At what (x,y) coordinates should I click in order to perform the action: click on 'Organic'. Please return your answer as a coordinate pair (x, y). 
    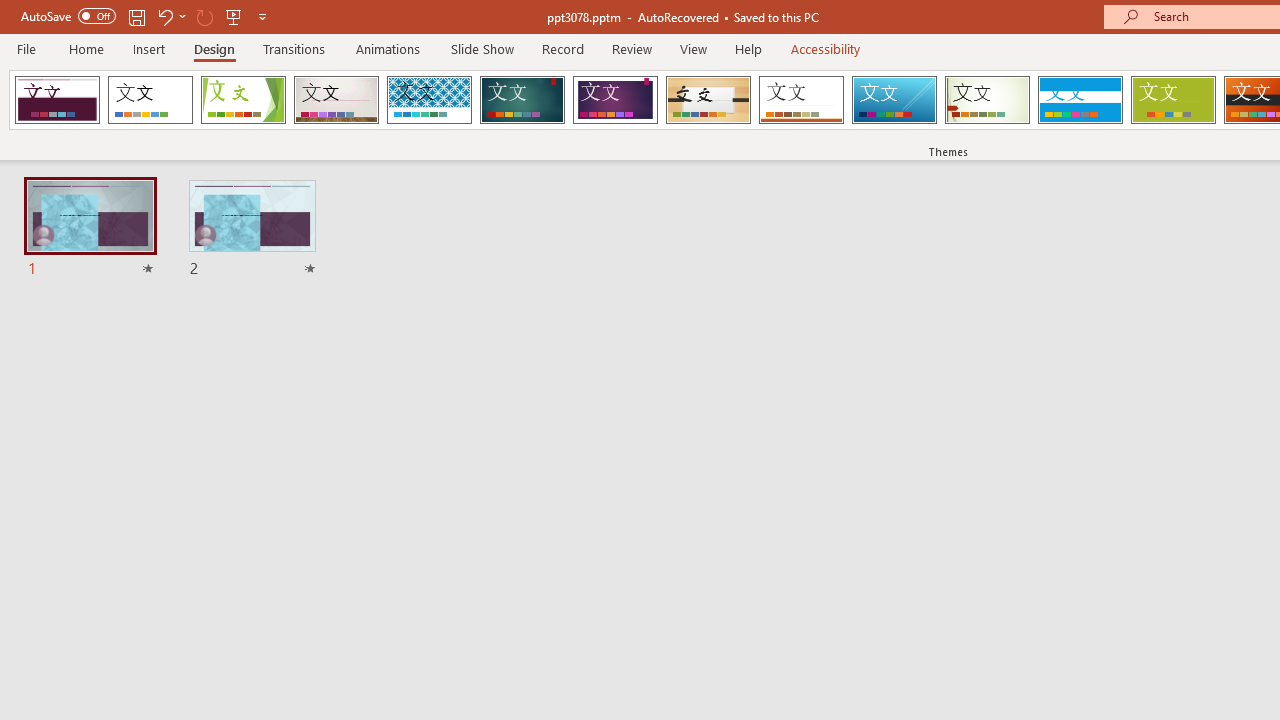
    Looking at the image, I should click on (708, 100).